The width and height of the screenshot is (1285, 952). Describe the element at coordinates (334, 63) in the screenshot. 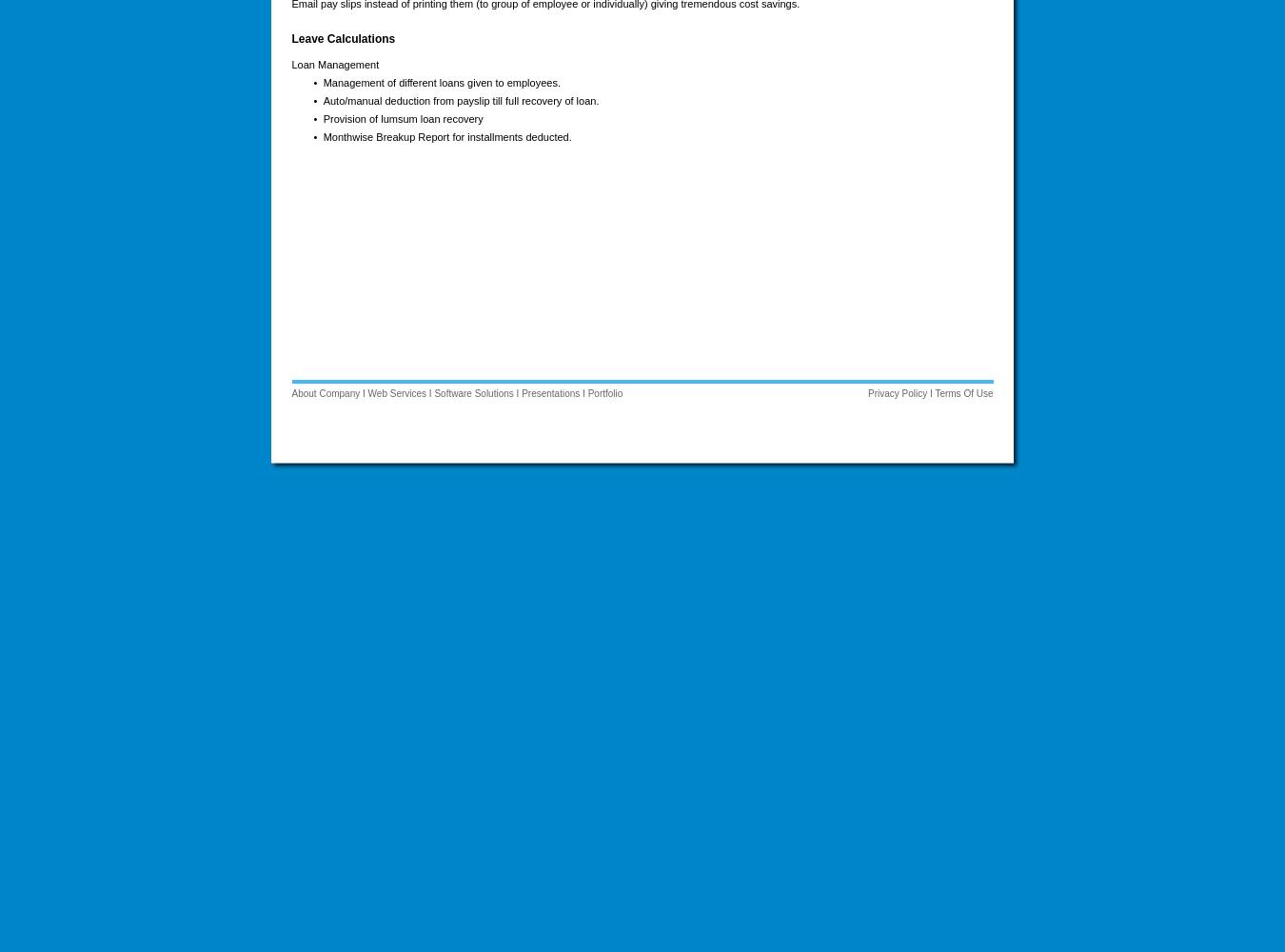

I see `'Loan Management'` at that location.